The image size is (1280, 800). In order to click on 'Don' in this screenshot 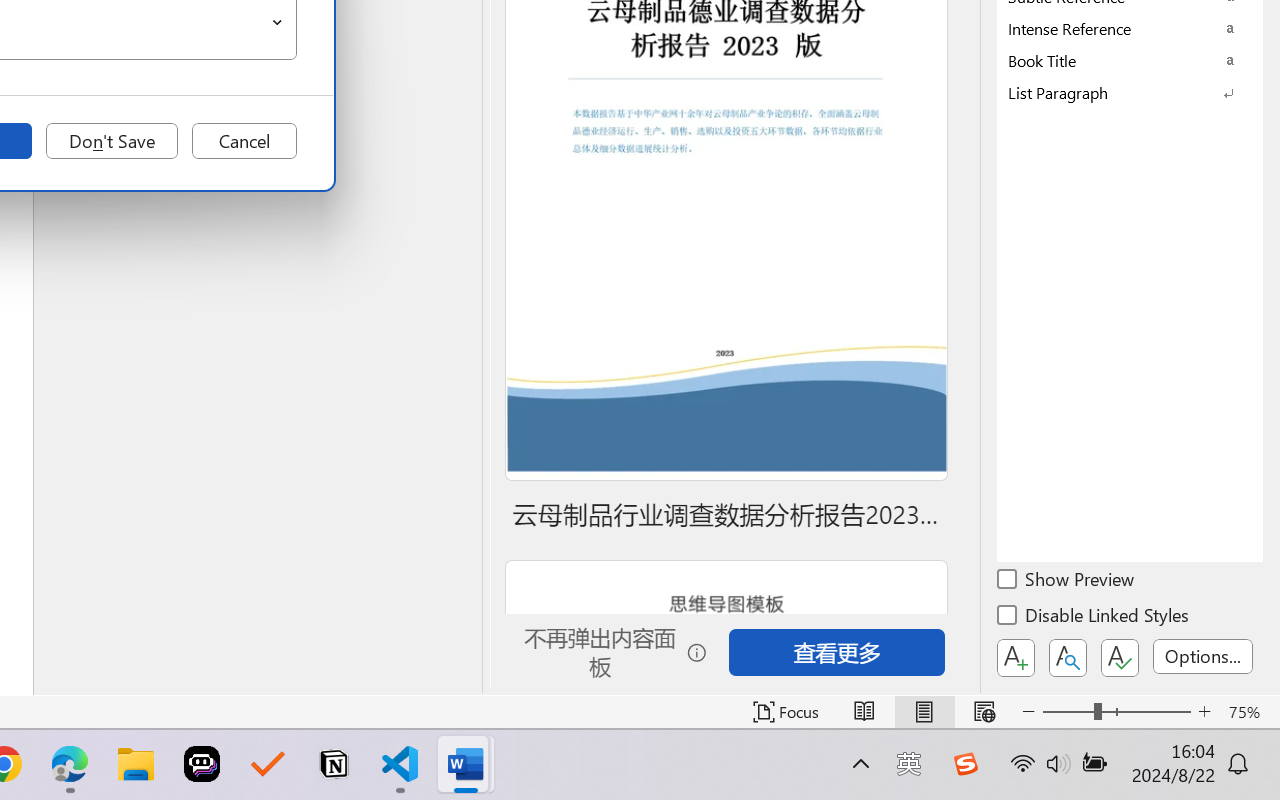, I will do `click(111, 141)`.